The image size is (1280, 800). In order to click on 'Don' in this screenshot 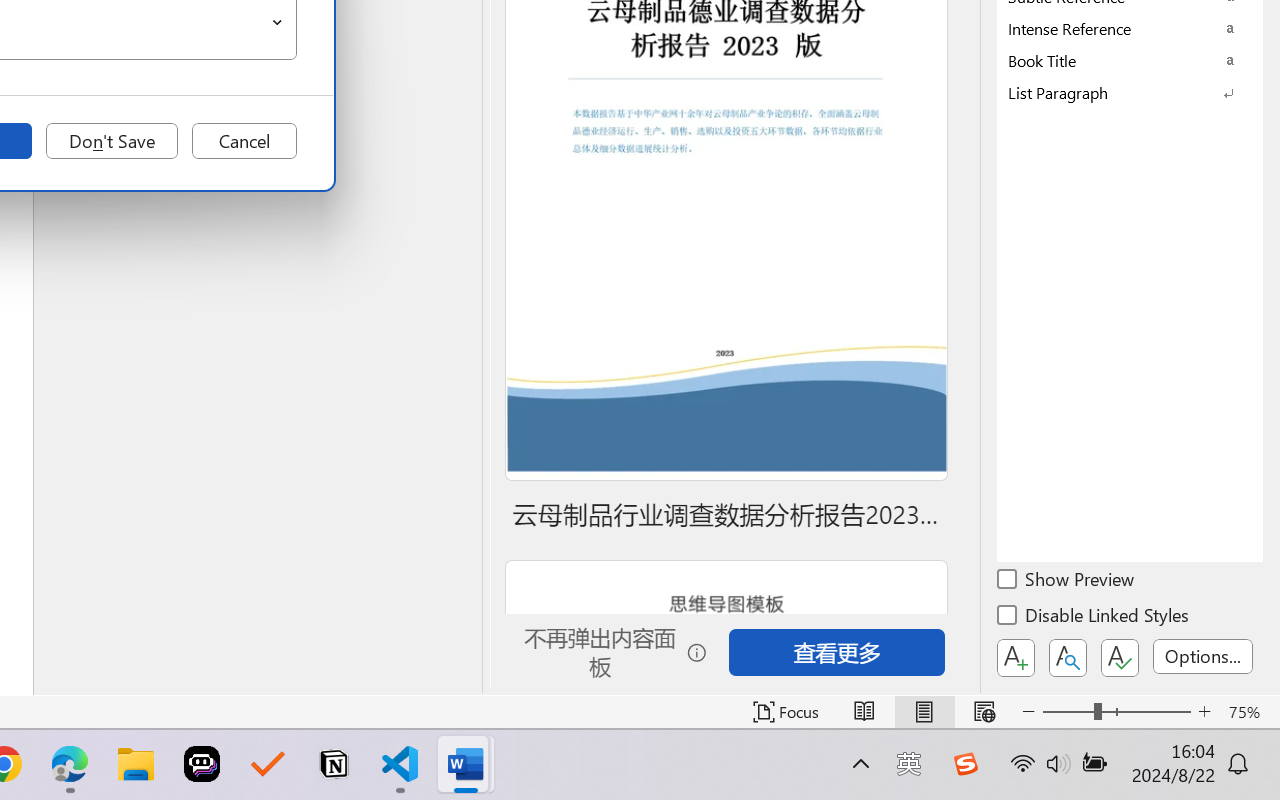, I will do `click(111, 141)`.